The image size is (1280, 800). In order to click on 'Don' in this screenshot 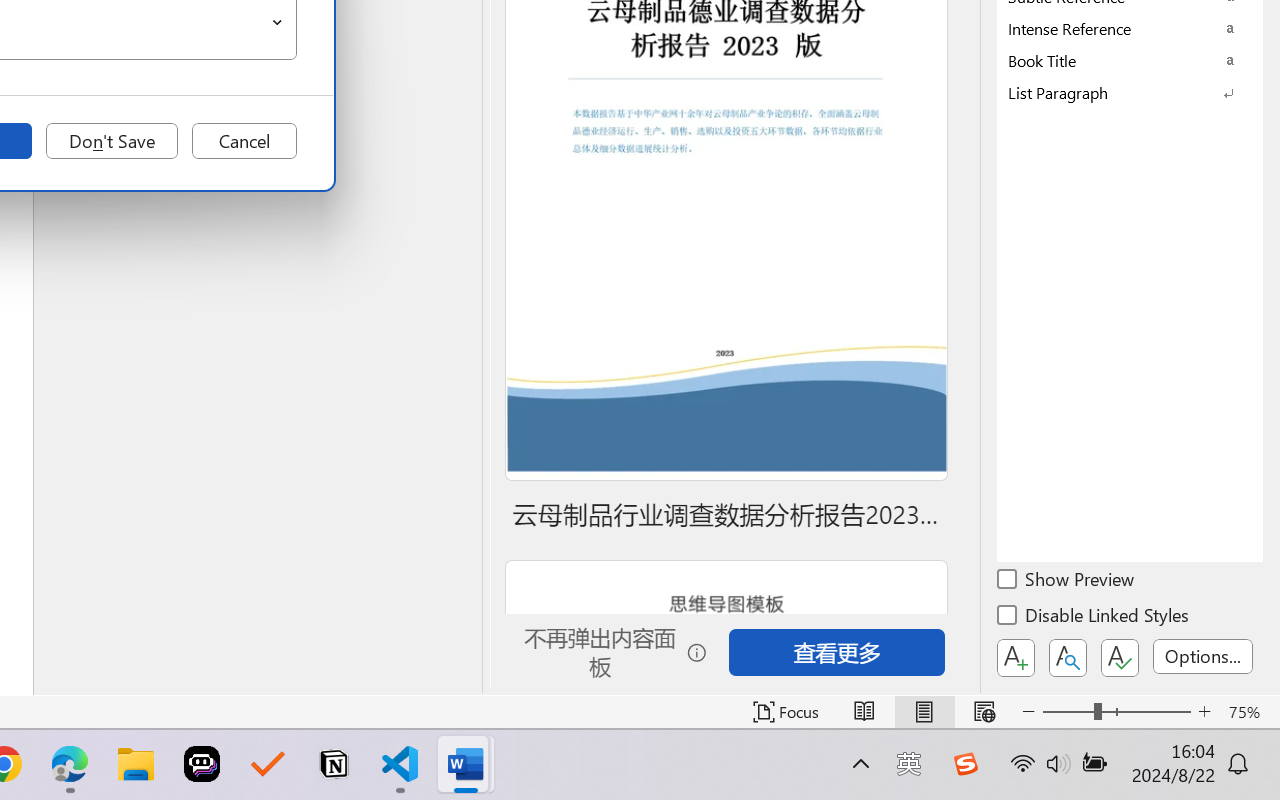, I will do `click(111, 141)`.